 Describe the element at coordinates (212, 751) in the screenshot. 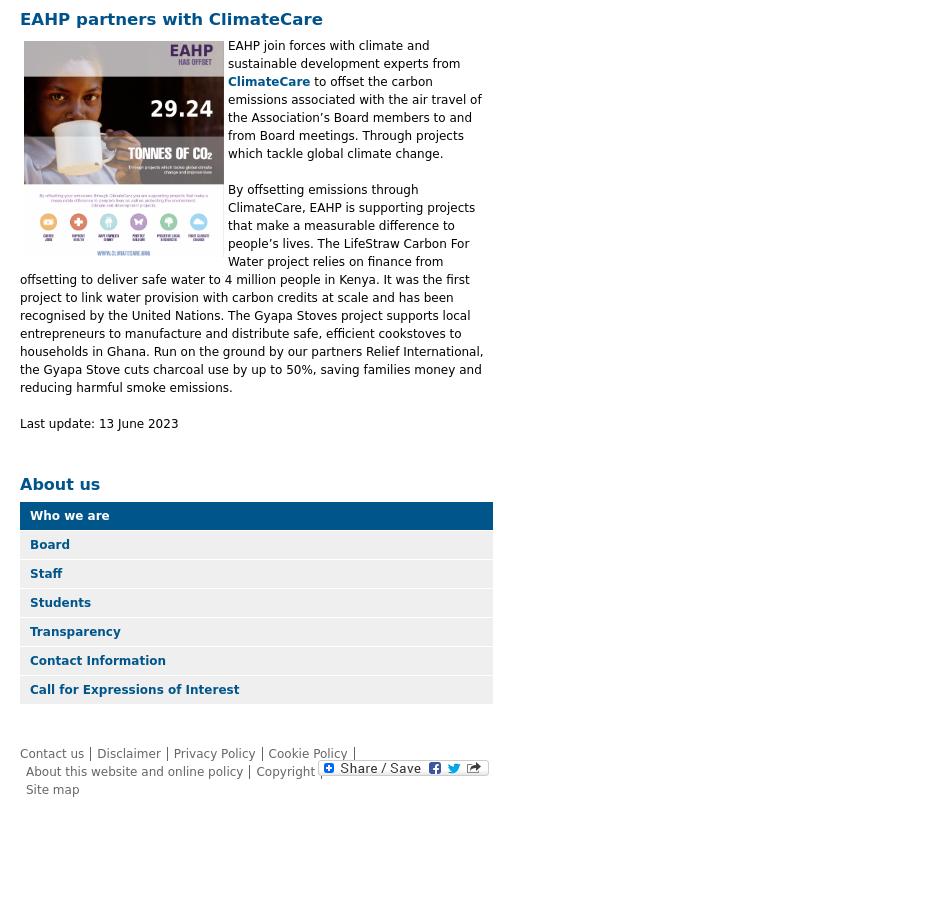

I see `'Privacy Policy'` at that location.